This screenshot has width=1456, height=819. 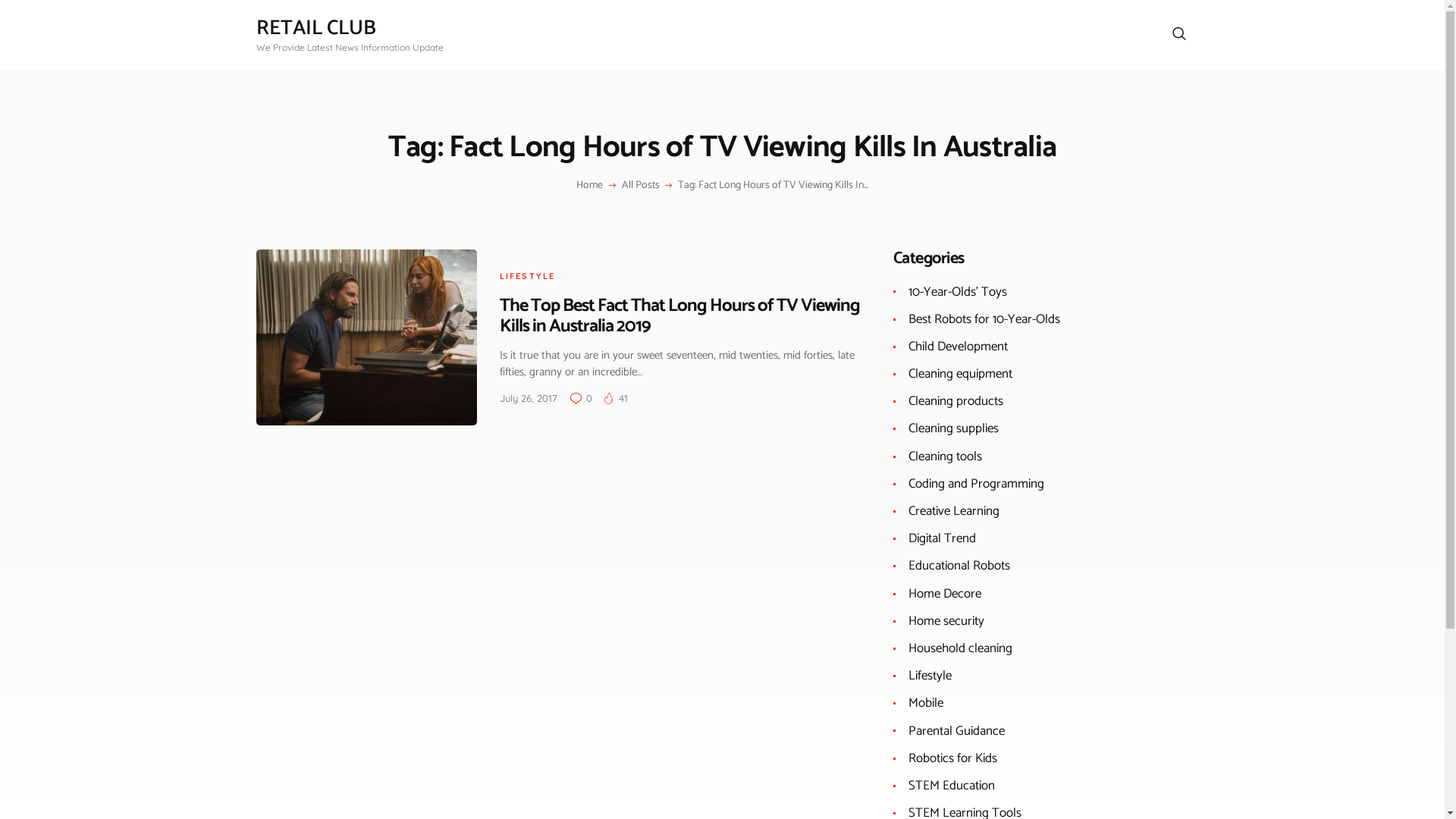 I want to click on 'Home Decore', so click(x=944, y=593).